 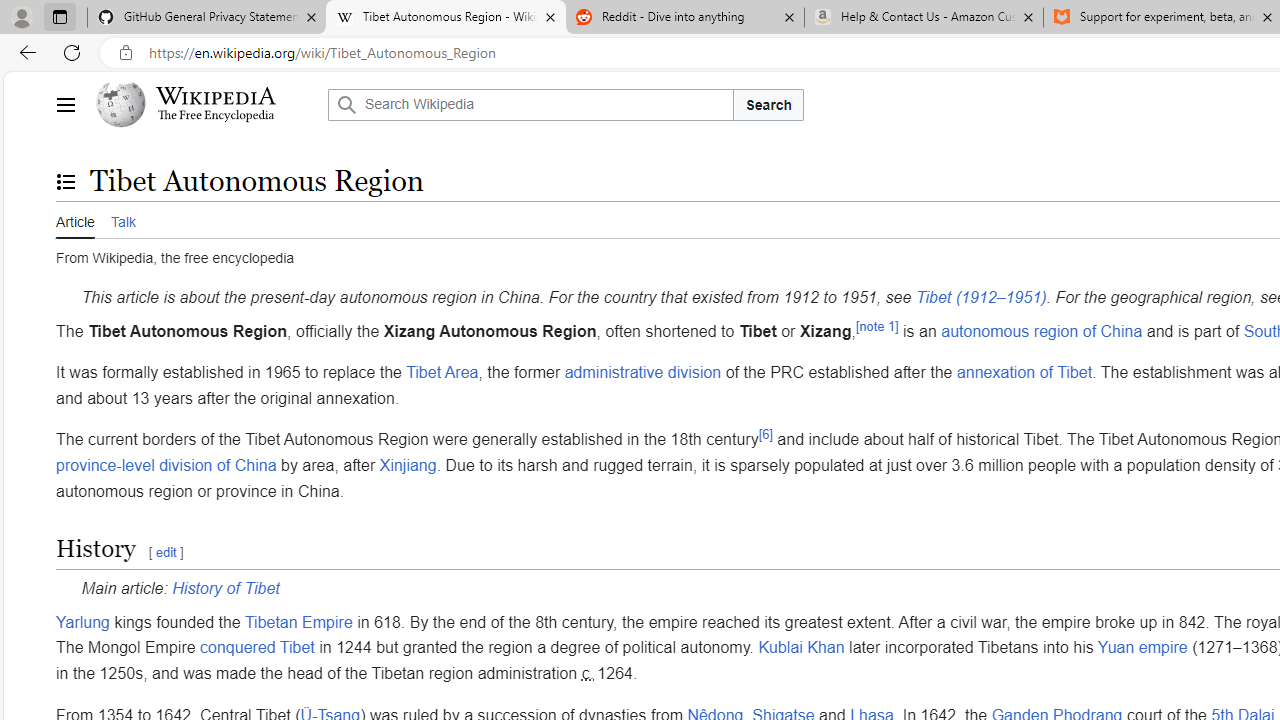 I want to click on 'Help & Contact Us - Amazon Customer Service - Sleeping', so click(x=923, y=17).